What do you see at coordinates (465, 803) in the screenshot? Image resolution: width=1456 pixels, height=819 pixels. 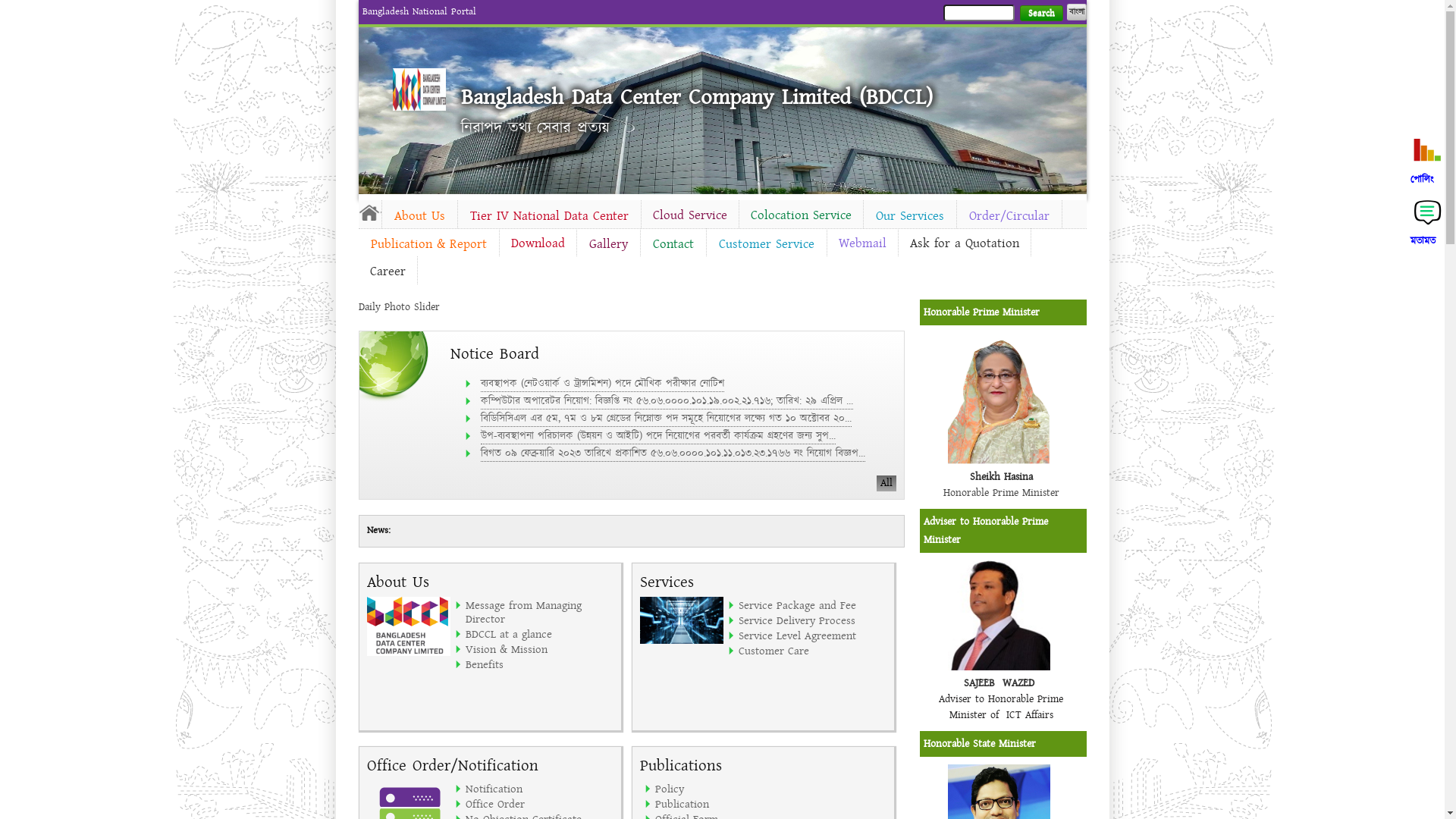 I see `'Office Order'` at bounding box center [465, 803].